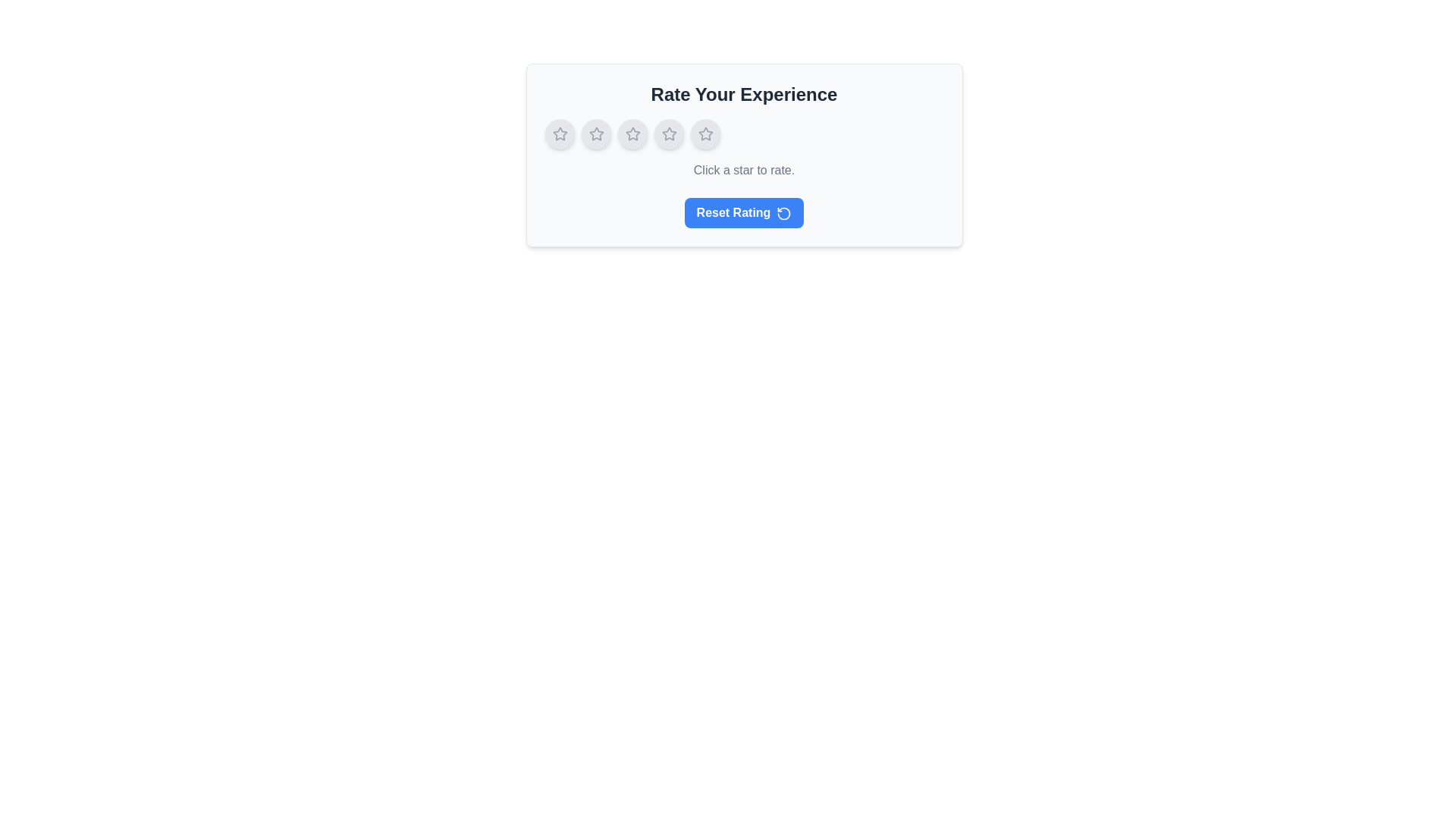 Image resolution: width=1456 pixels, height=819 pixels. I want to click on the text label that provides guidance for the rating component, located below the five star icons and above the blue 'Reset Rating' button, so click(744, 170).